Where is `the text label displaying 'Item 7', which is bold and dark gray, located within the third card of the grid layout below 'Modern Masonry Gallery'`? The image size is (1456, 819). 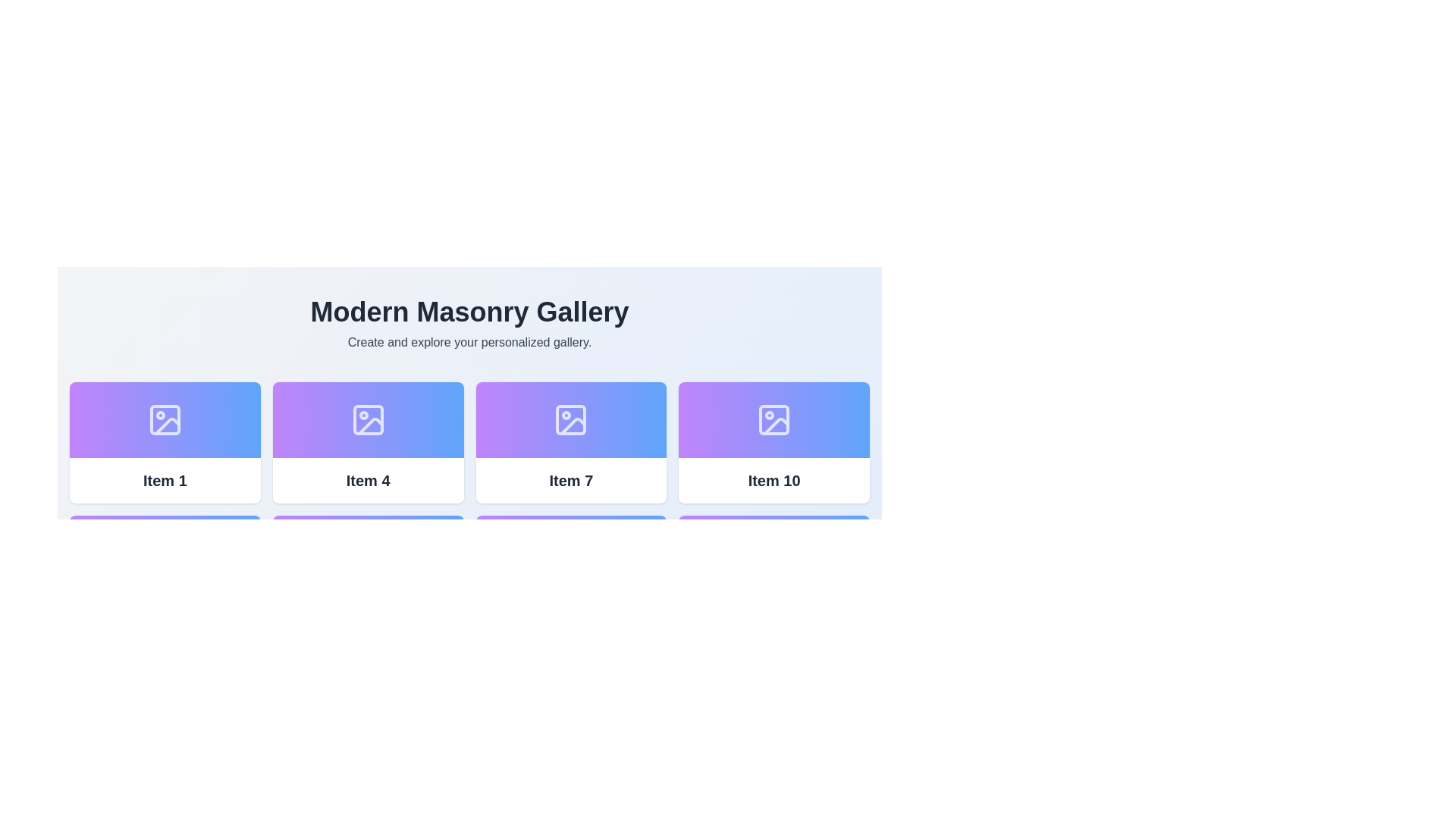
the text label displaying 'Item 7', which is bold and dark gray, located within the third card of the grid layout below 'Modern Masonry Gallery' is located at coordinates (570, 480).